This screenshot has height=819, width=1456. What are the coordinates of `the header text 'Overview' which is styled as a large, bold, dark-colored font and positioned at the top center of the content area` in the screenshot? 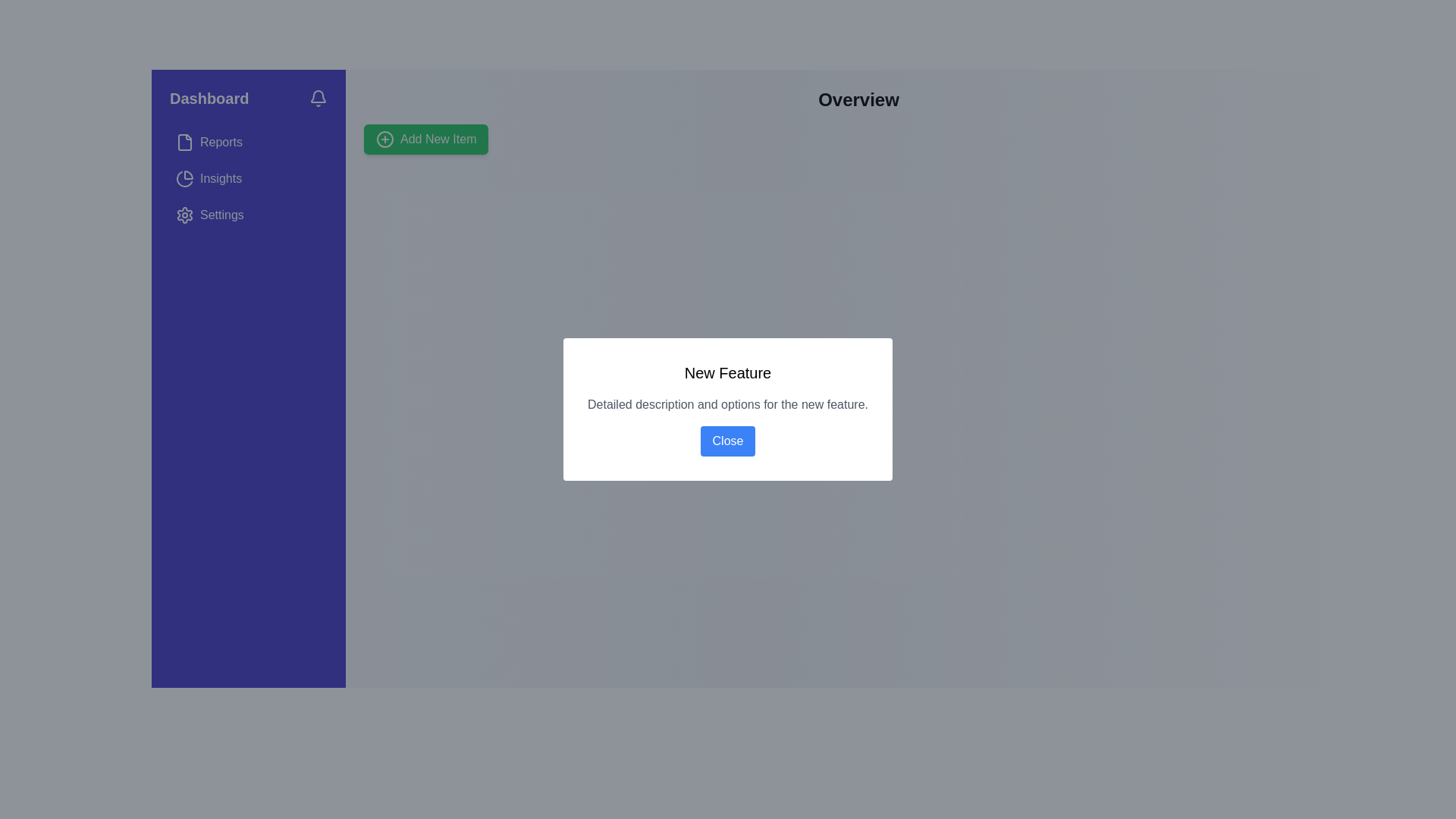 It's located at (858, 99).